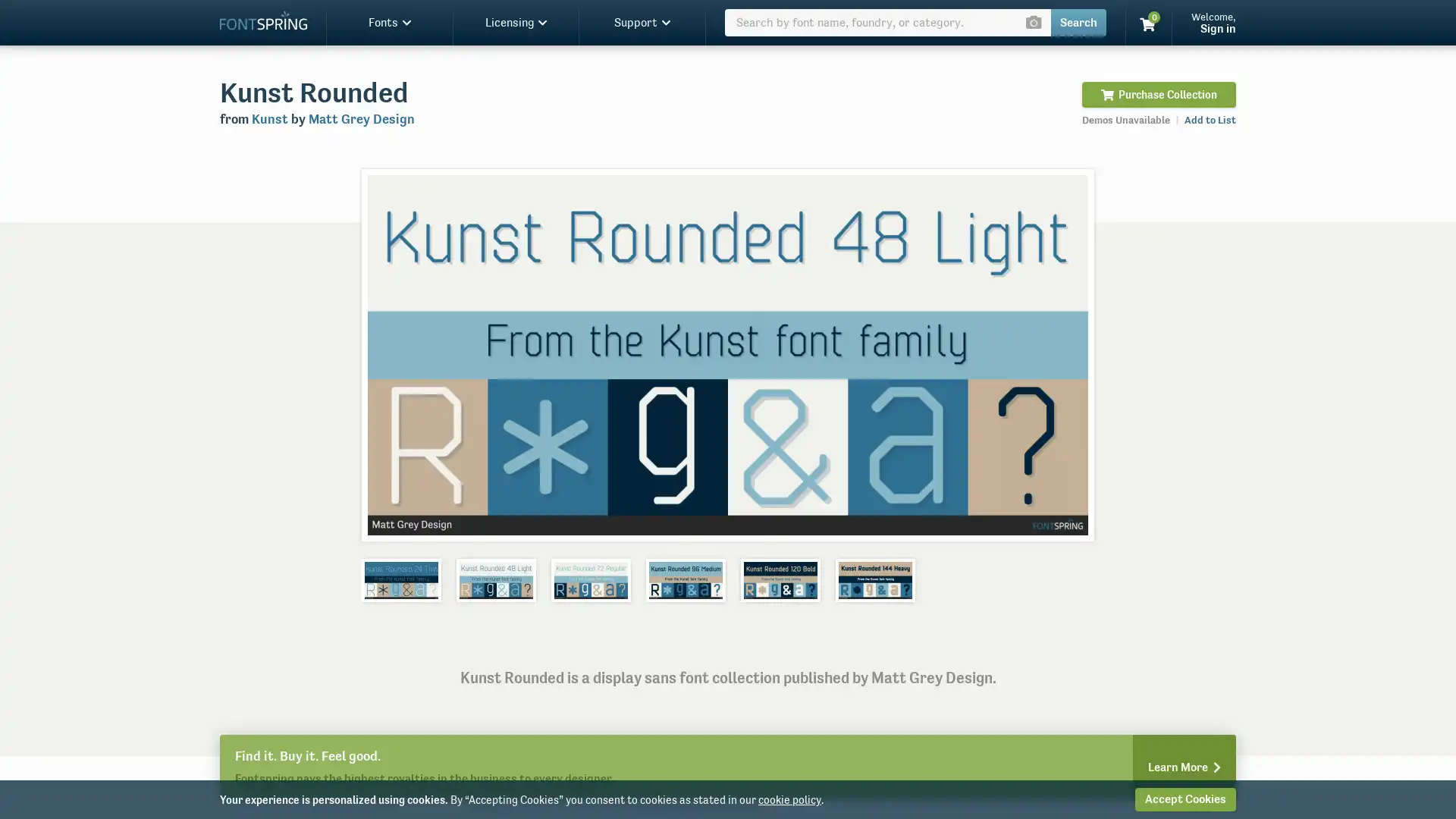 The image size is (1456, 819). What do you see at coordinates (1210, 119) in the screenshot?
I see `Add to List` at bounding box center [1210, 119].